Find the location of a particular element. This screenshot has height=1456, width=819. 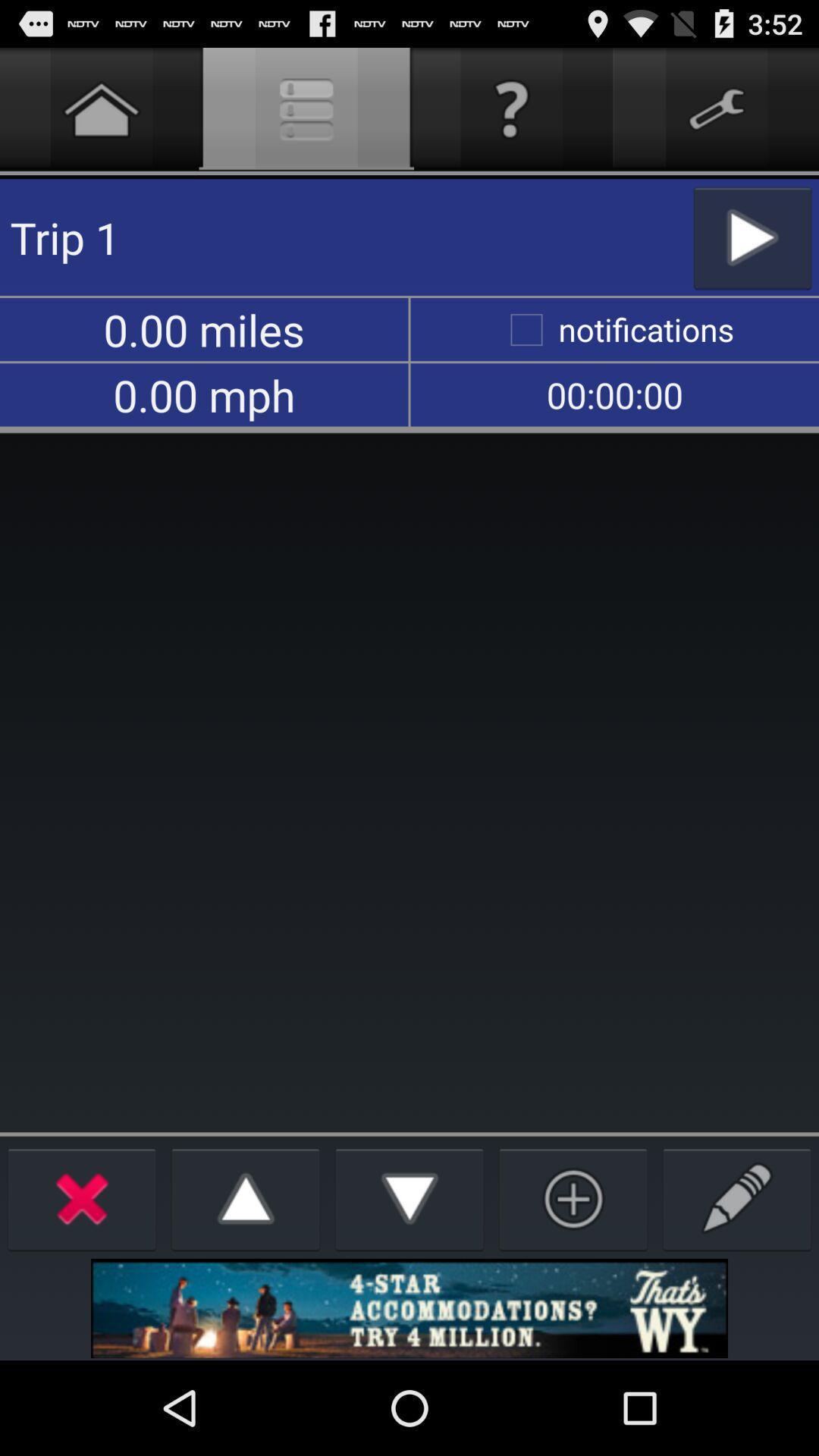

move screen down is located at coordinates (409, 1197).